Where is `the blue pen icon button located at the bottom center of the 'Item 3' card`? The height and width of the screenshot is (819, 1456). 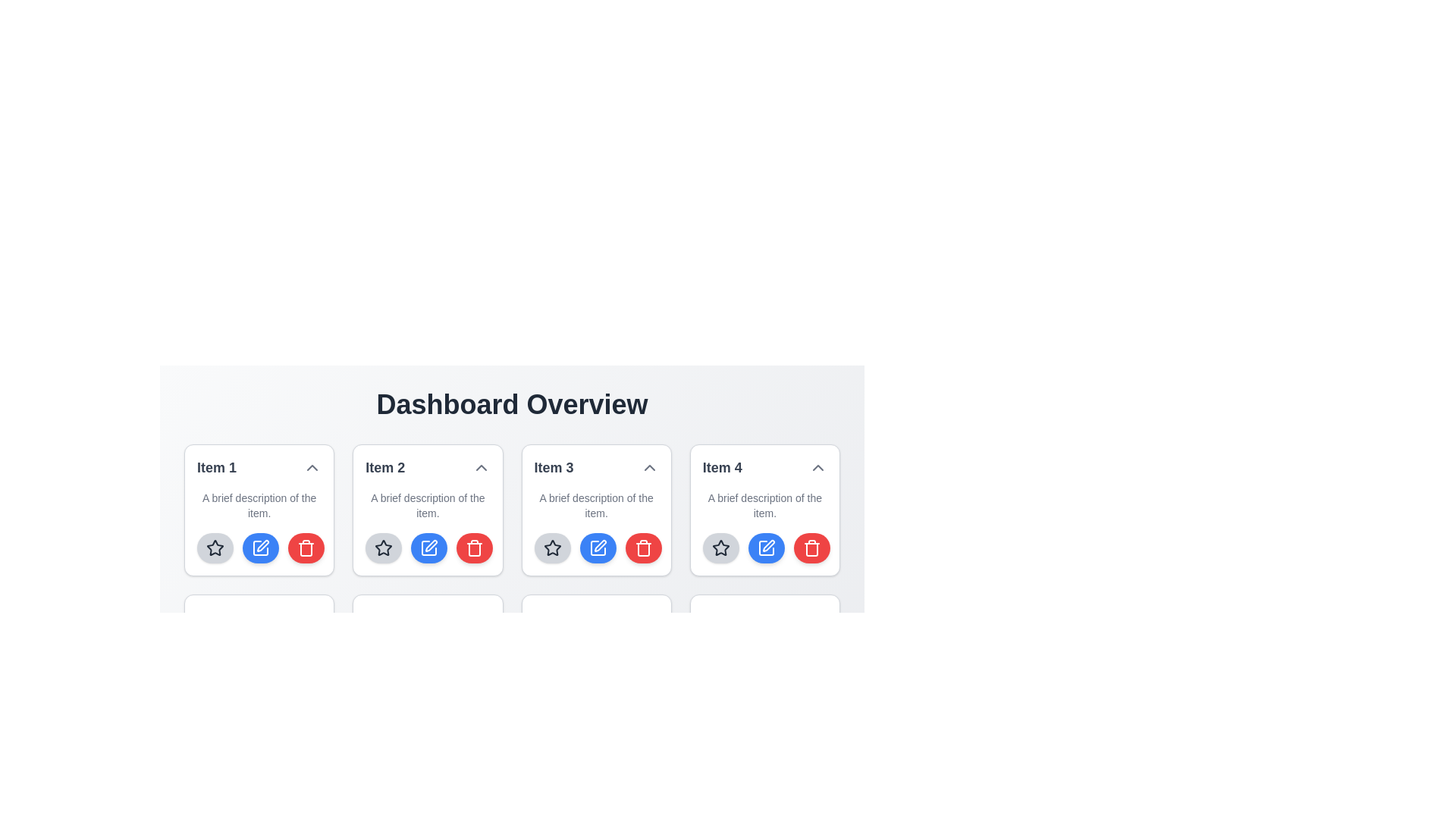 the blue pen icon button located at the bottom center of the 'Item 3' card is located at coordinates (597, 548).